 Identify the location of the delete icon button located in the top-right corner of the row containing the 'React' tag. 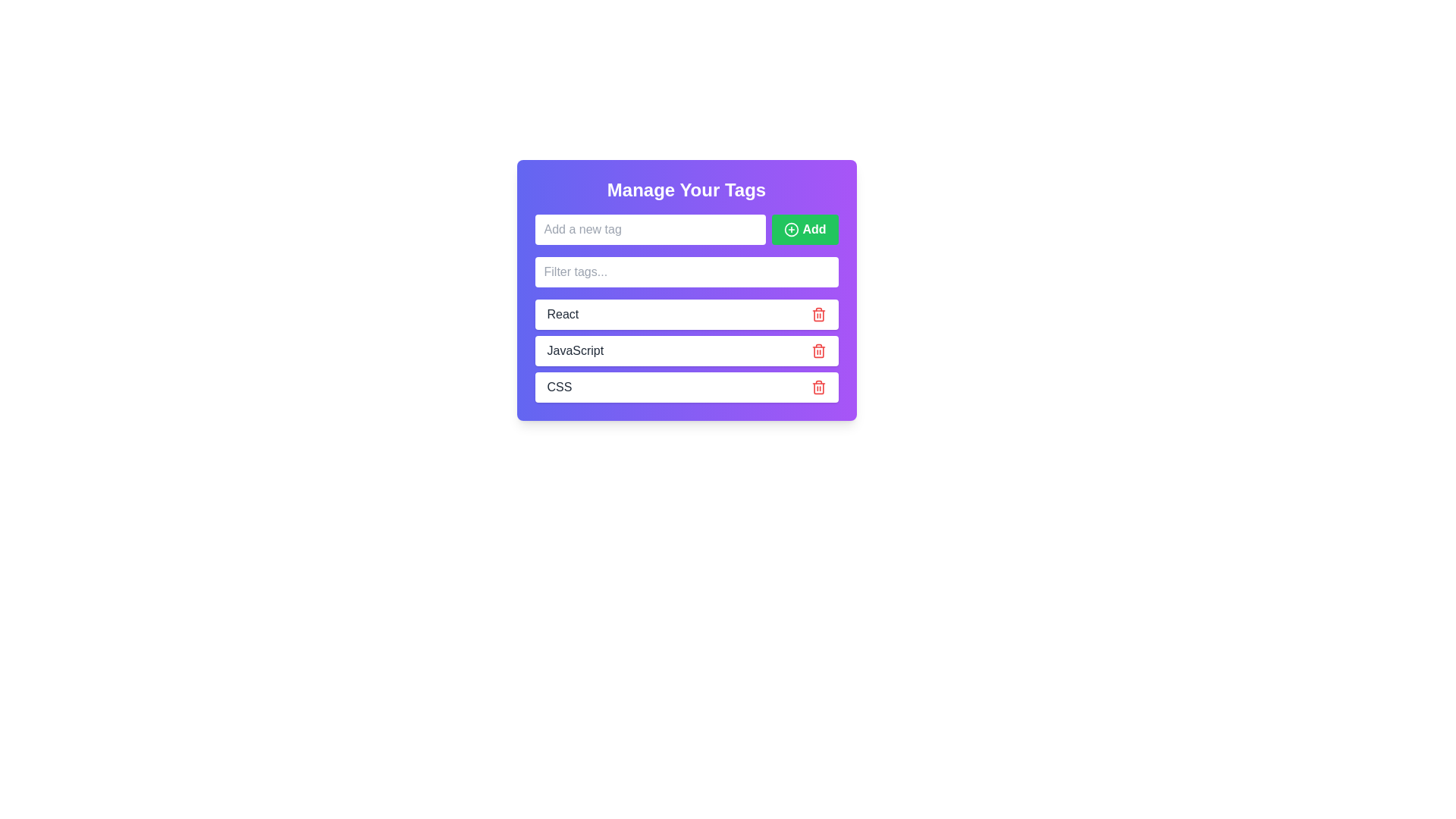
(817, 314).